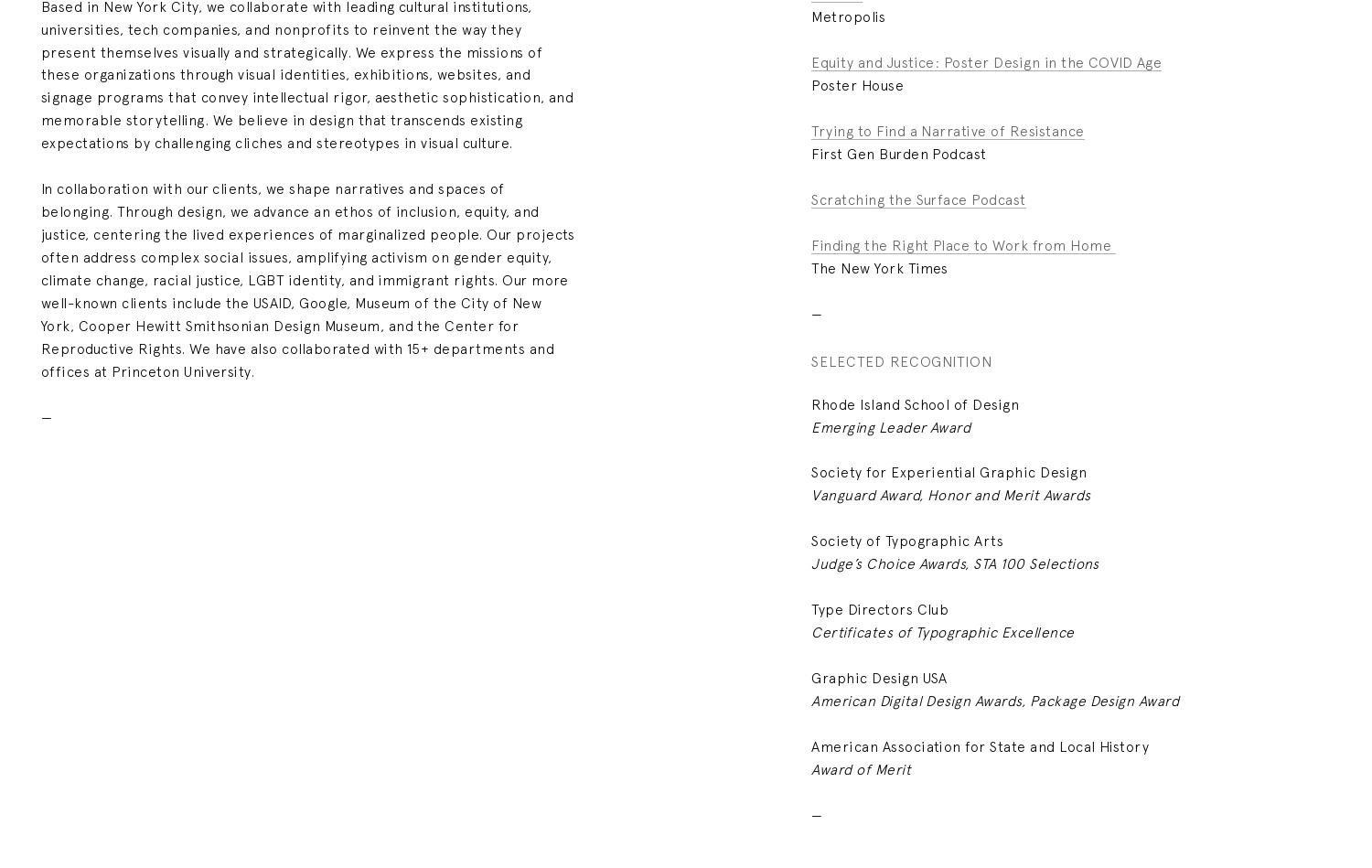  What do you see at coordinates (985, 62) in the screenshot?
I see `'Equity and Justice: Poster Design in the COVID Age'` at bounding box center [985, 62].